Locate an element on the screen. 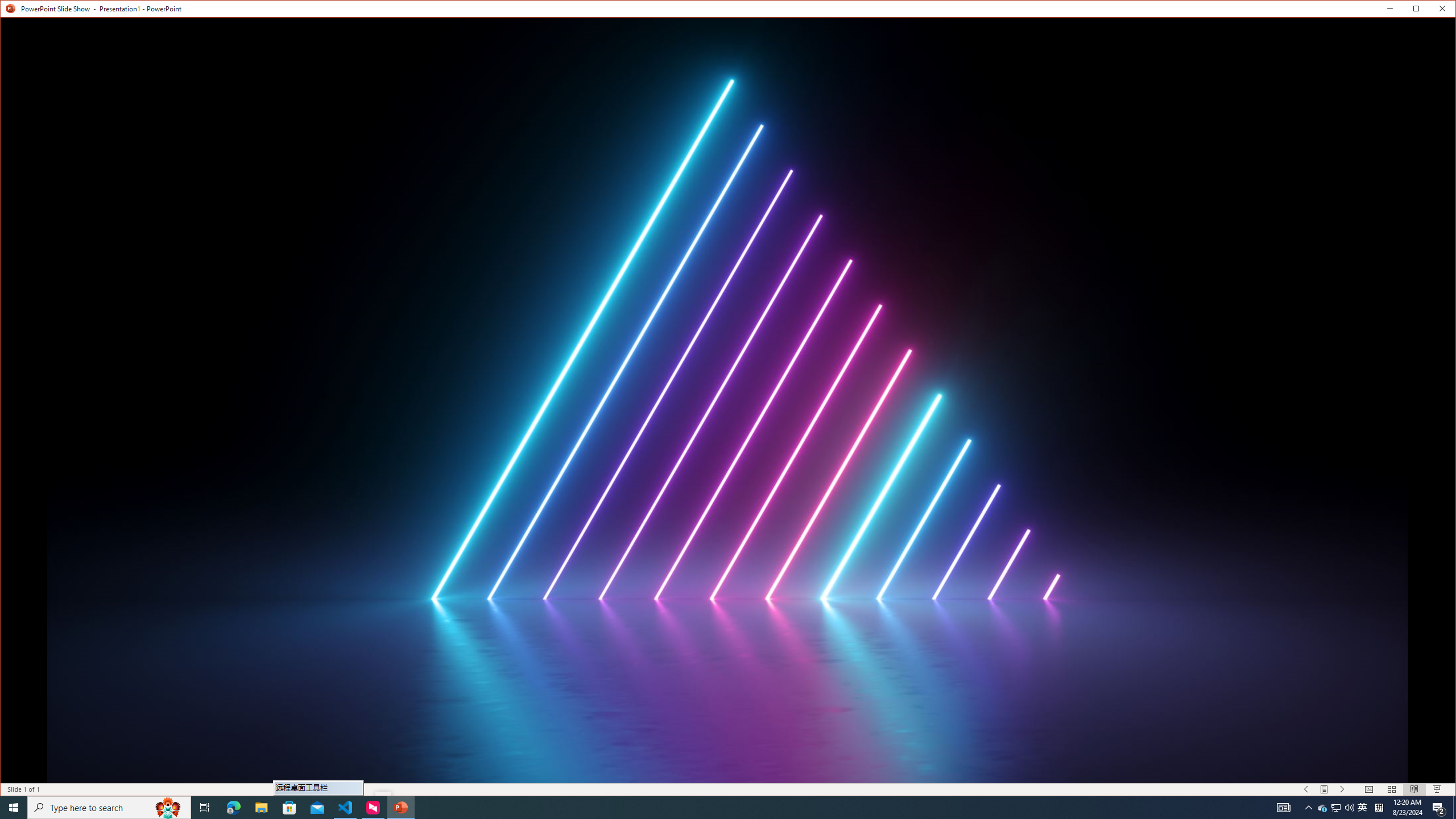 The width and height of the screenshot is (1456, 819). 'Close' is located at coordinates (1444, 11).